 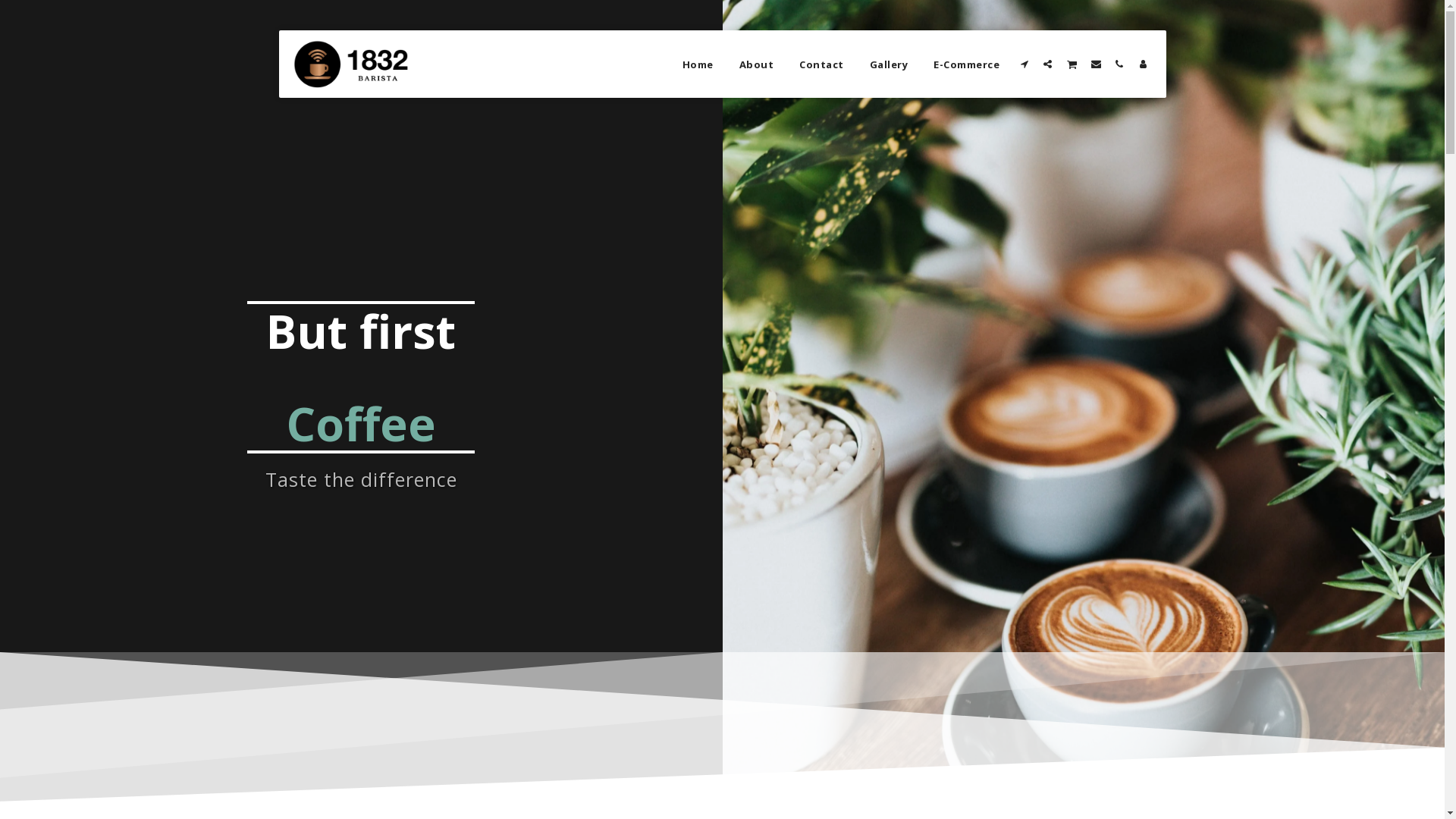 I want to click on ' ', so click(x=1095, y=63).